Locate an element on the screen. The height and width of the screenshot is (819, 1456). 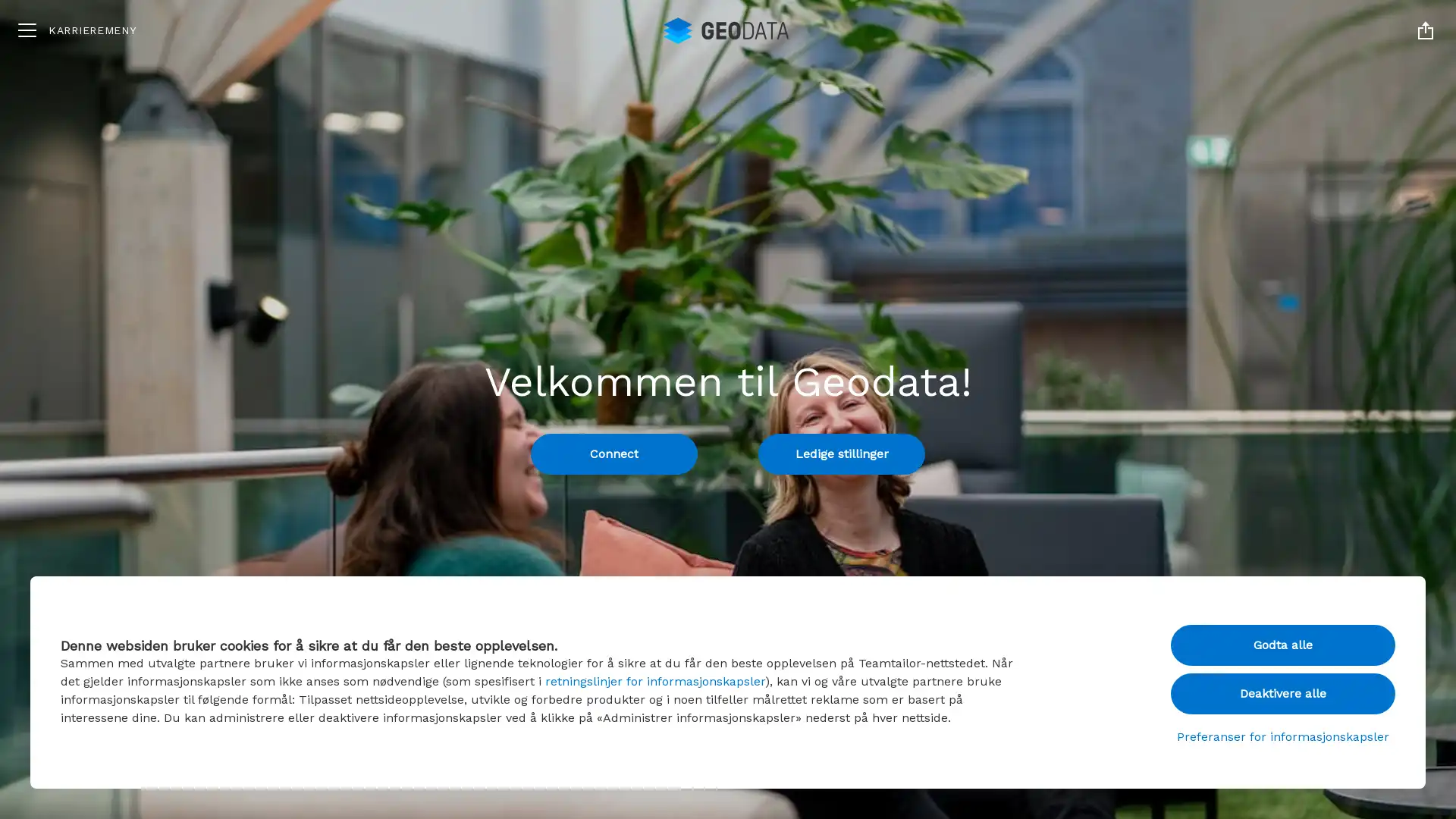
Del side is located at coordinates (1425, 30).